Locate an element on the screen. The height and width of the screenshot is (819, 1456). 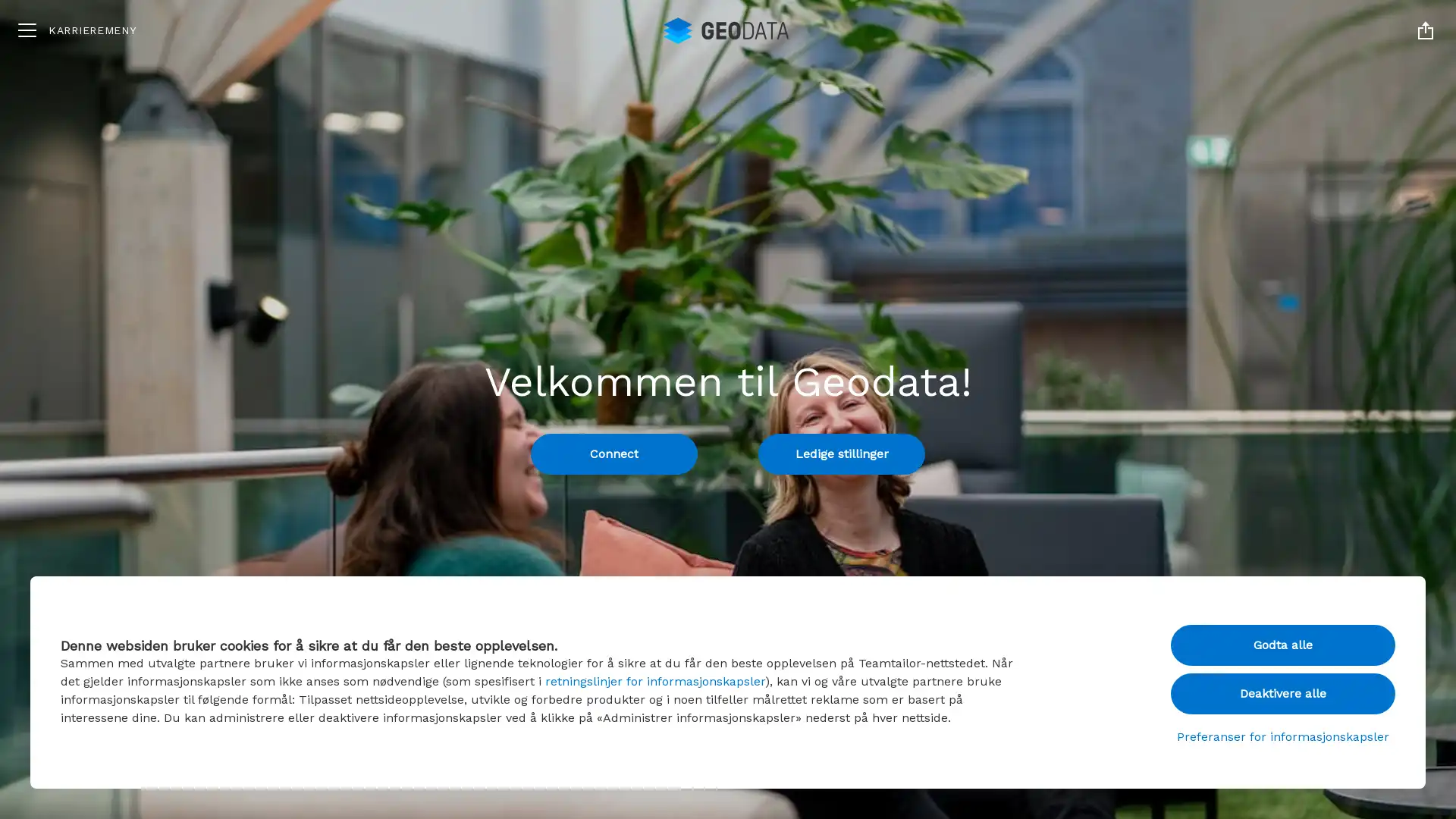
Del side is located at coordinates (1425, 30).